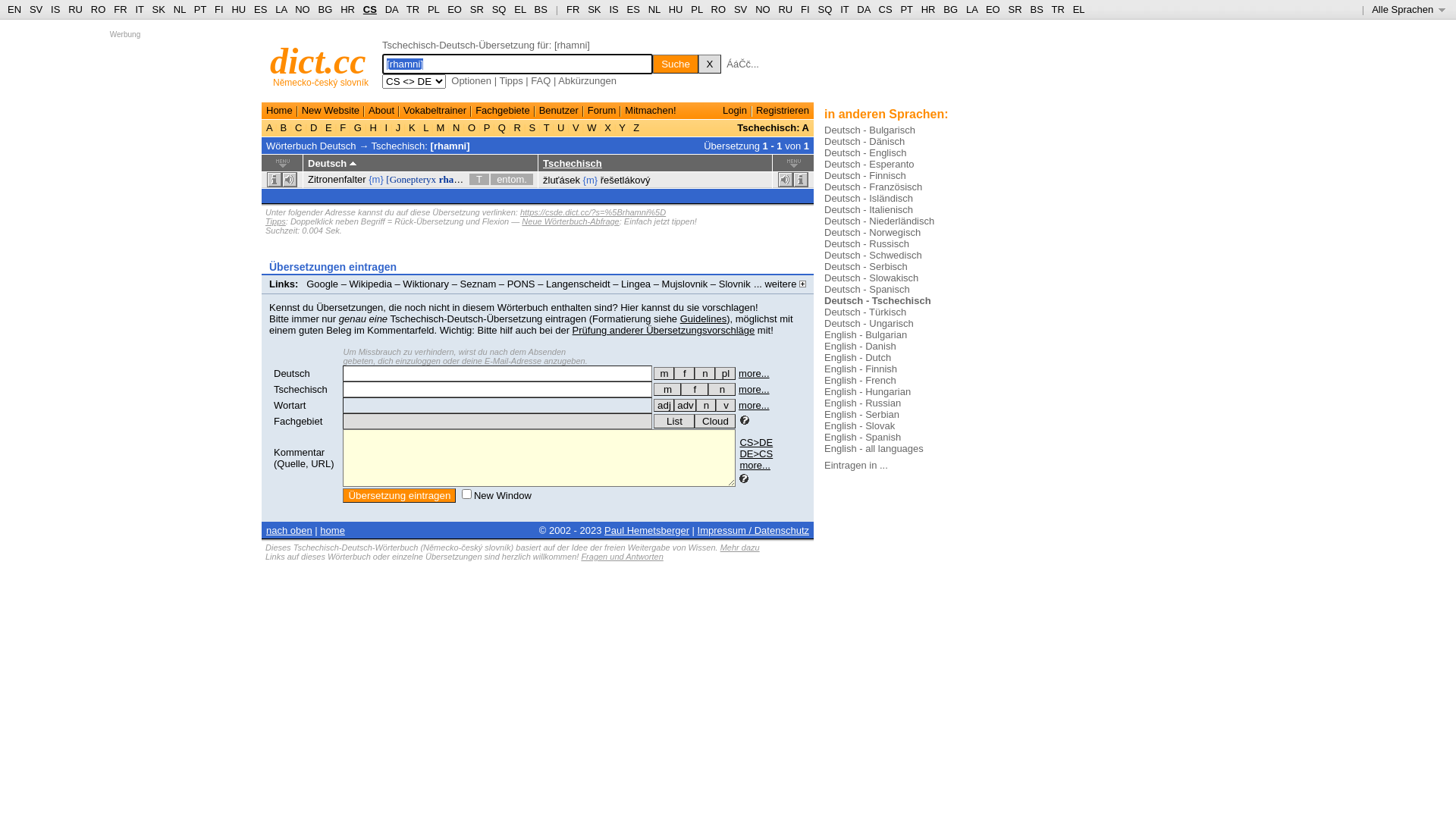  What do you see at coordinates (872, 232) in the screenshot?
I see `'Deutsch - Norwegisch'` at bounding box center [872, 232].